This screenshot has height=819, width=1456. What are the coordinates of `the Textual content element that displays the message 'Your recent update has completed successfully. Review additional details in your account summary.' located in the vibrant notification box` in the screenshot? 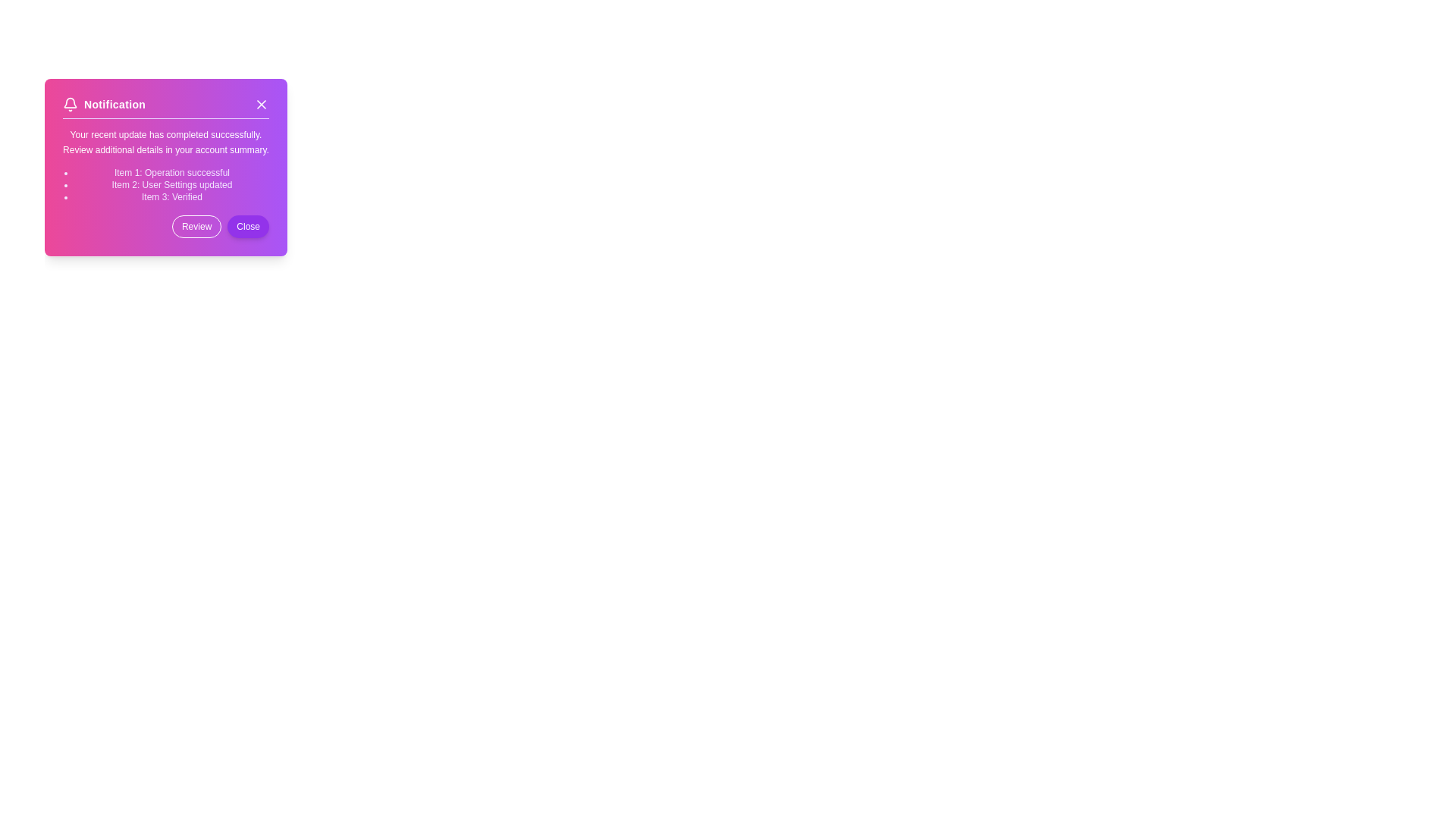 It's located at (166, 143).